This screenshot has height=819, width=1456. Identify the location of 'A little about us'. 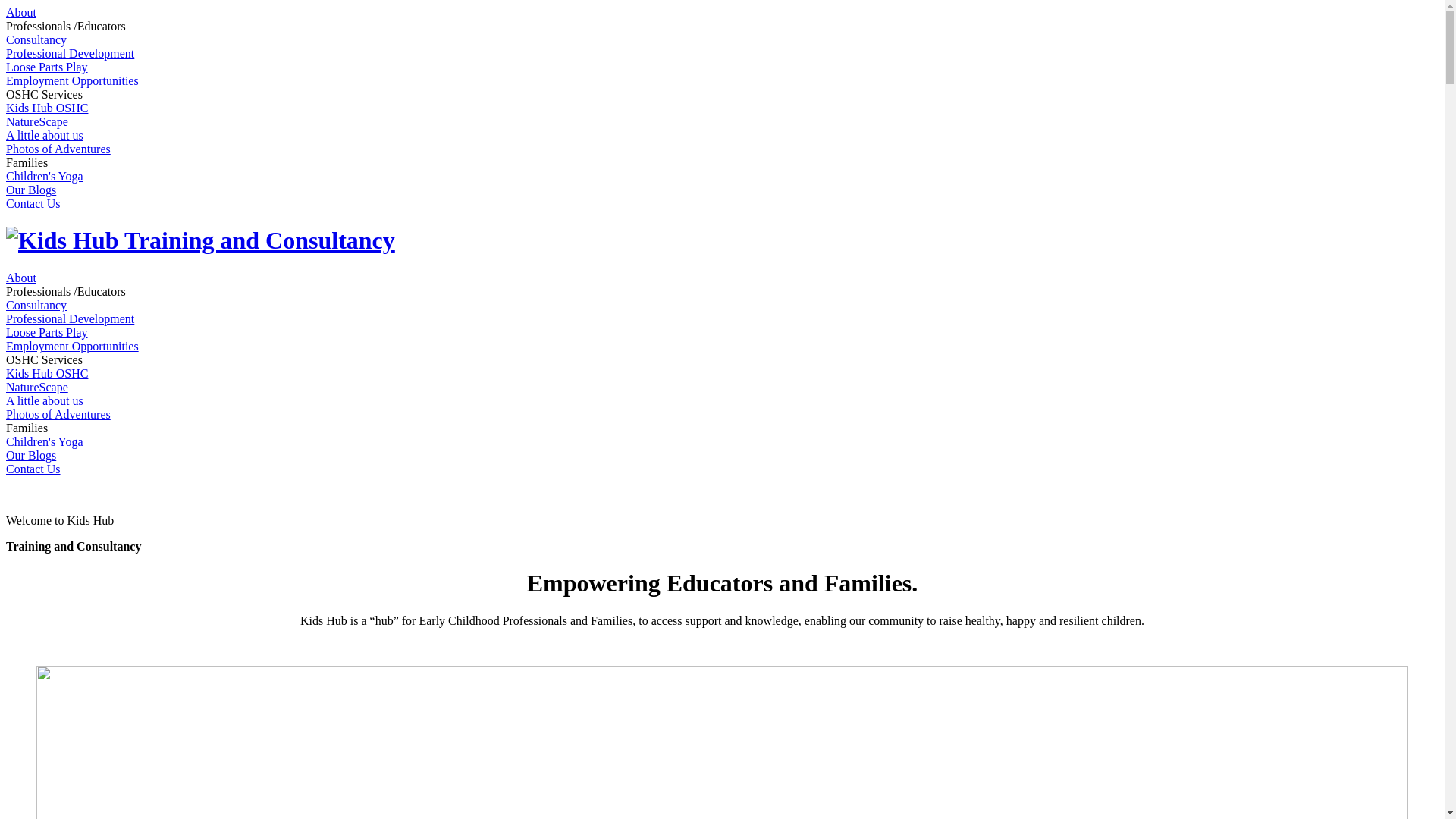
(44, 400).